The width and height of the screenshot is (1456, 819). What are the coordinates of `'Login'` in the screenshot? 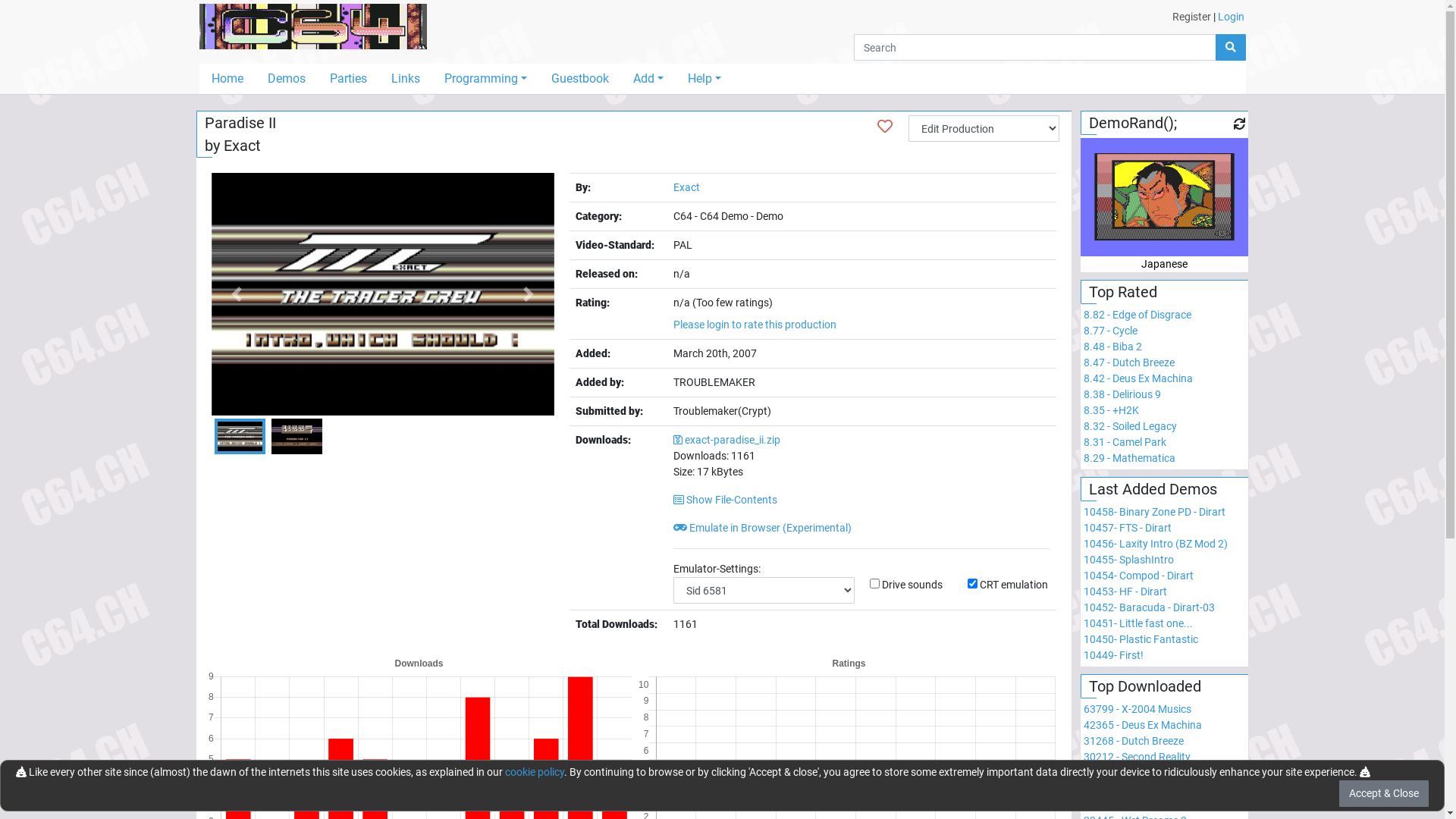 It's located at (1231, 17).